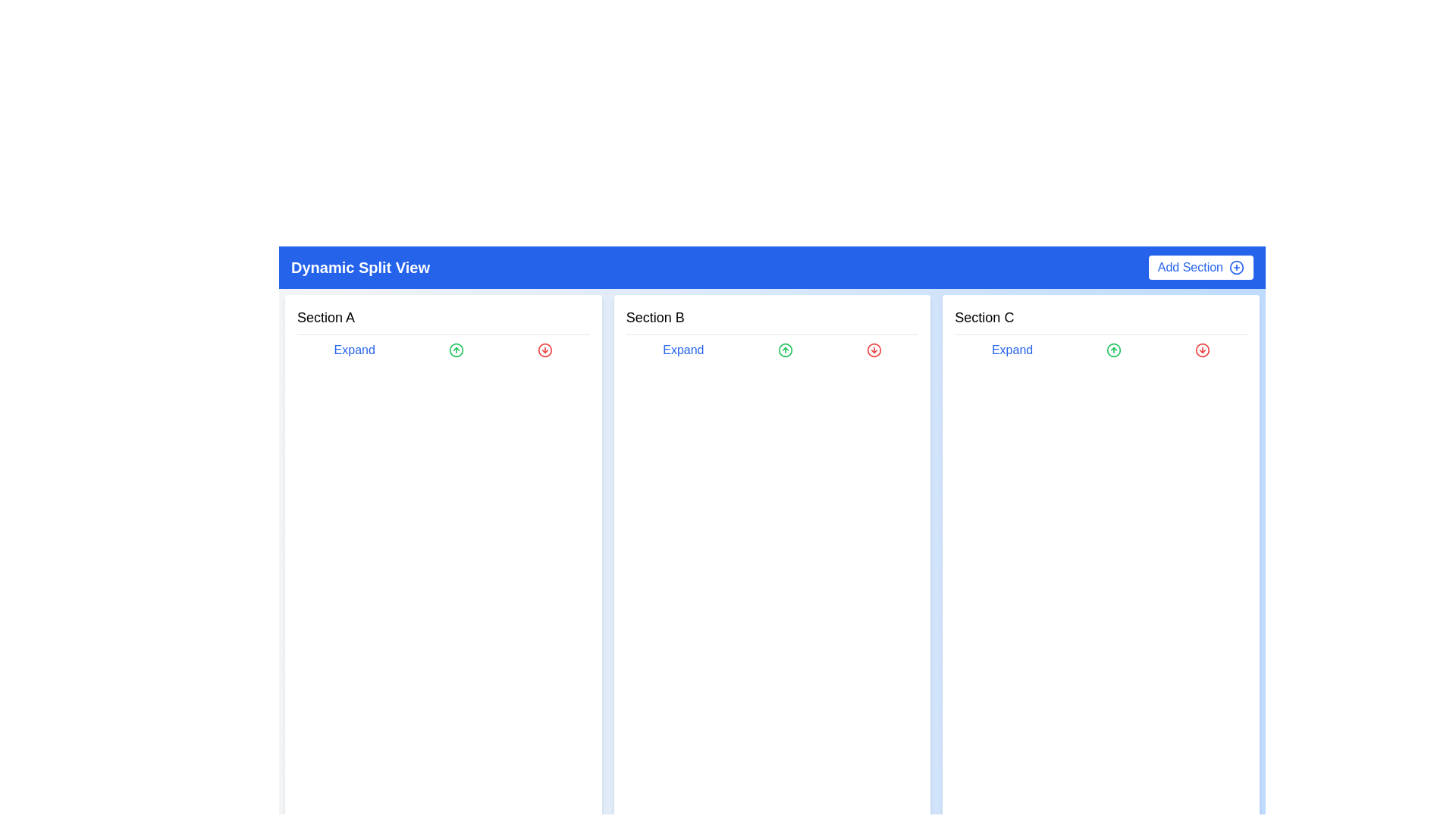  Describe the element at coordinates (682, 350) in the screenshot. I see `the blue-colored text link labeled 'Expand' located in 'Section B' of the 'Dynamic Split View', positioned to the left of the circular arrow icons` at that location.